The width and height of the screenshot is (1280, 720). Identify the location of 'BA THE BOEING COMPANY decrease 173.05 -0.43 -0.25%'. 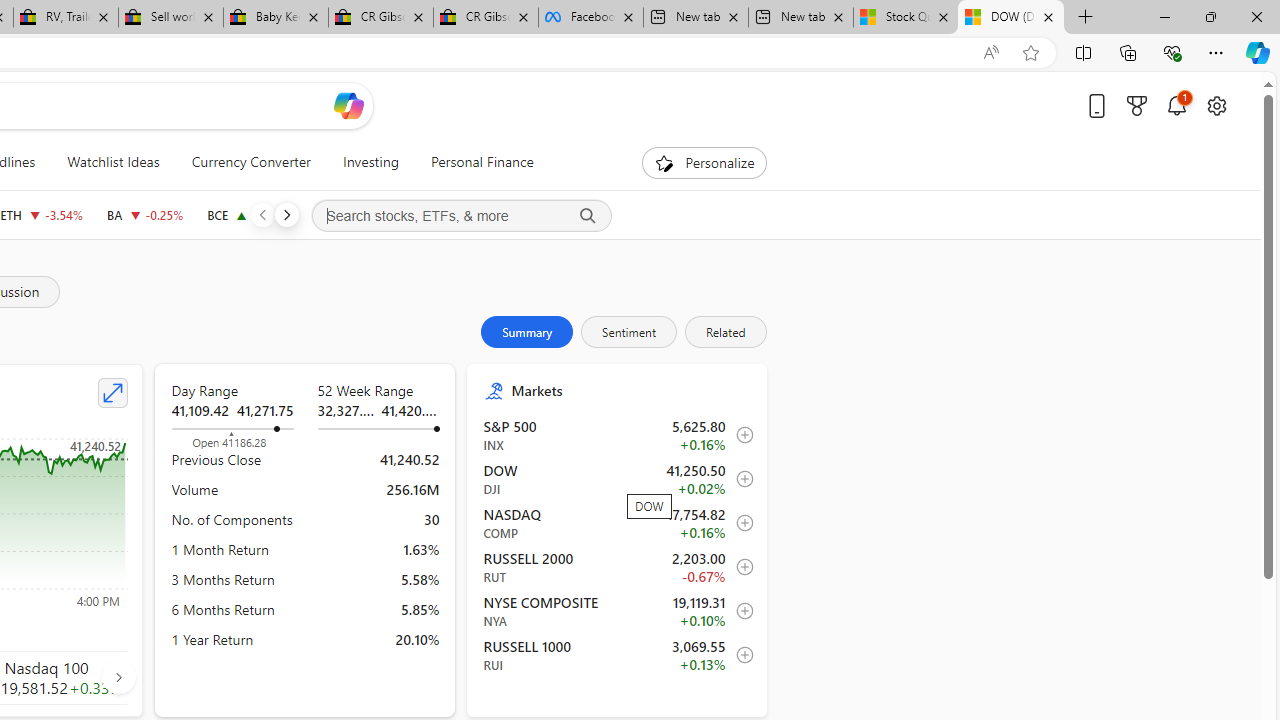
(144, 214).